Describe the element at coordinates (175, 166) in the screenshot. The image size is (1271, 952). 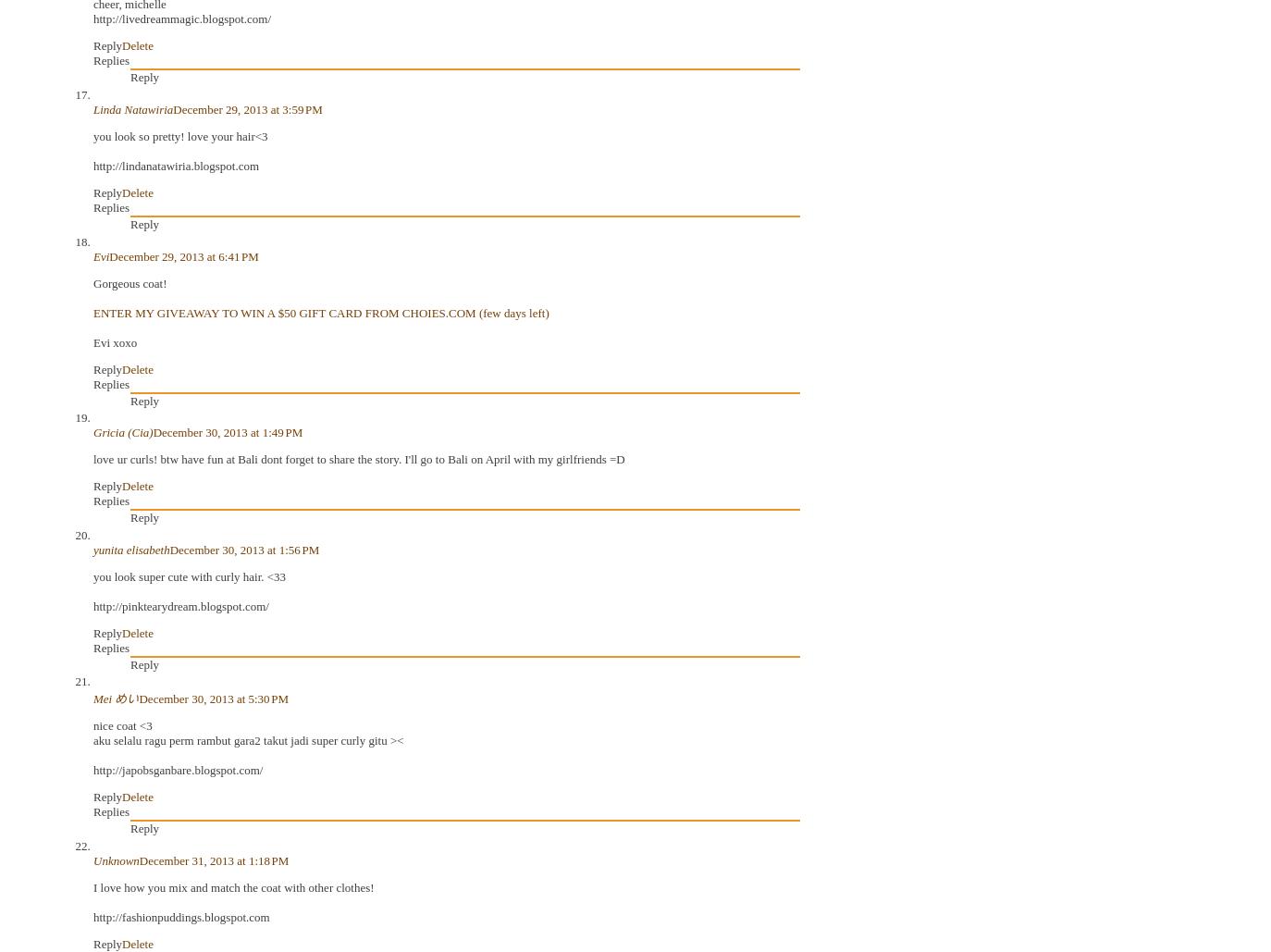
I see `'http://lindanatawiria.blogspot.com'` at that location.